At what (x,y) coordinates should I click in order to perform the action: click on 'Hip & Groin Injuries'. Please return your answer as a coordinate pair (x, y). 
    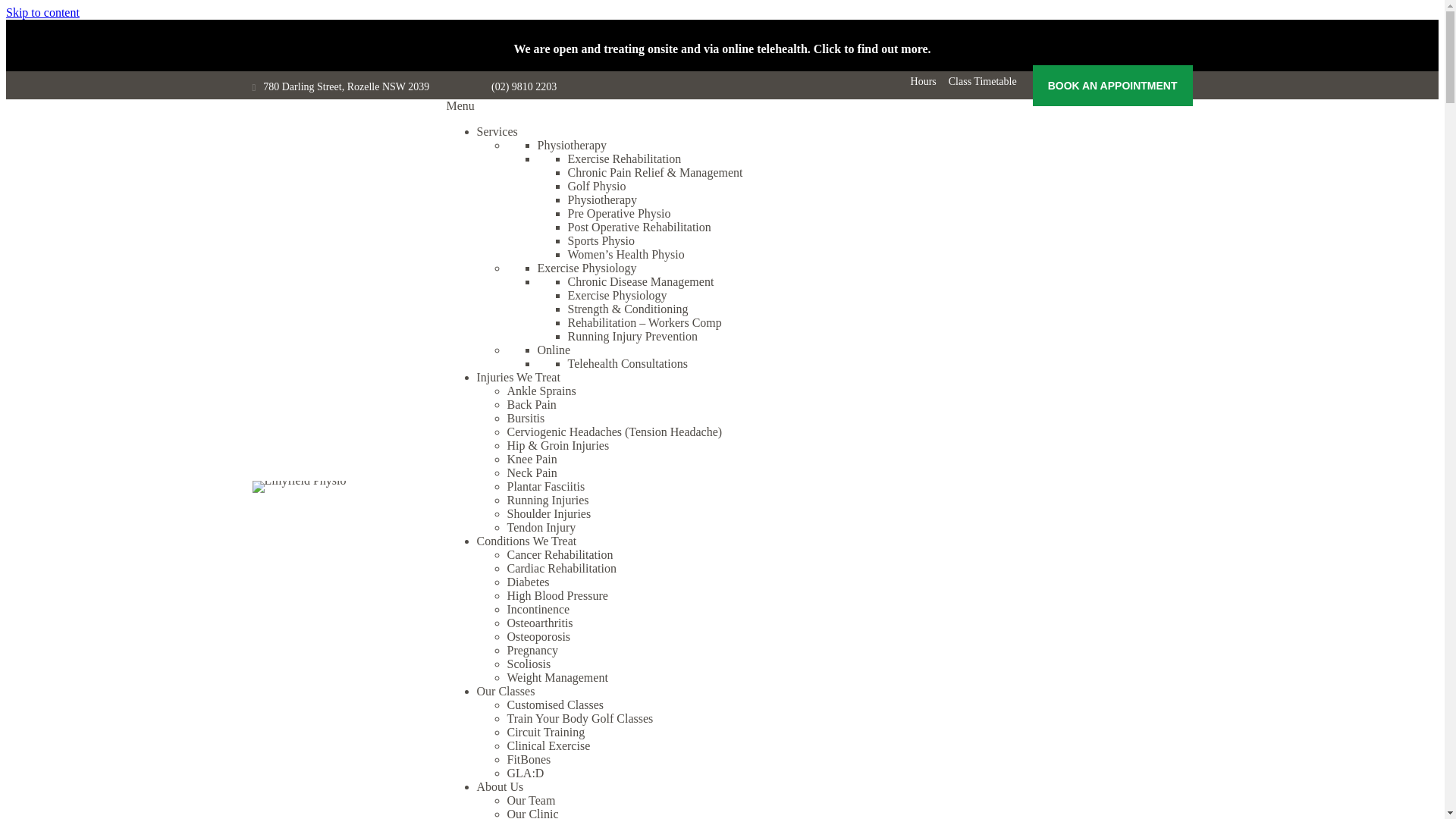
    Looking at the image, I should click on (557, 444).